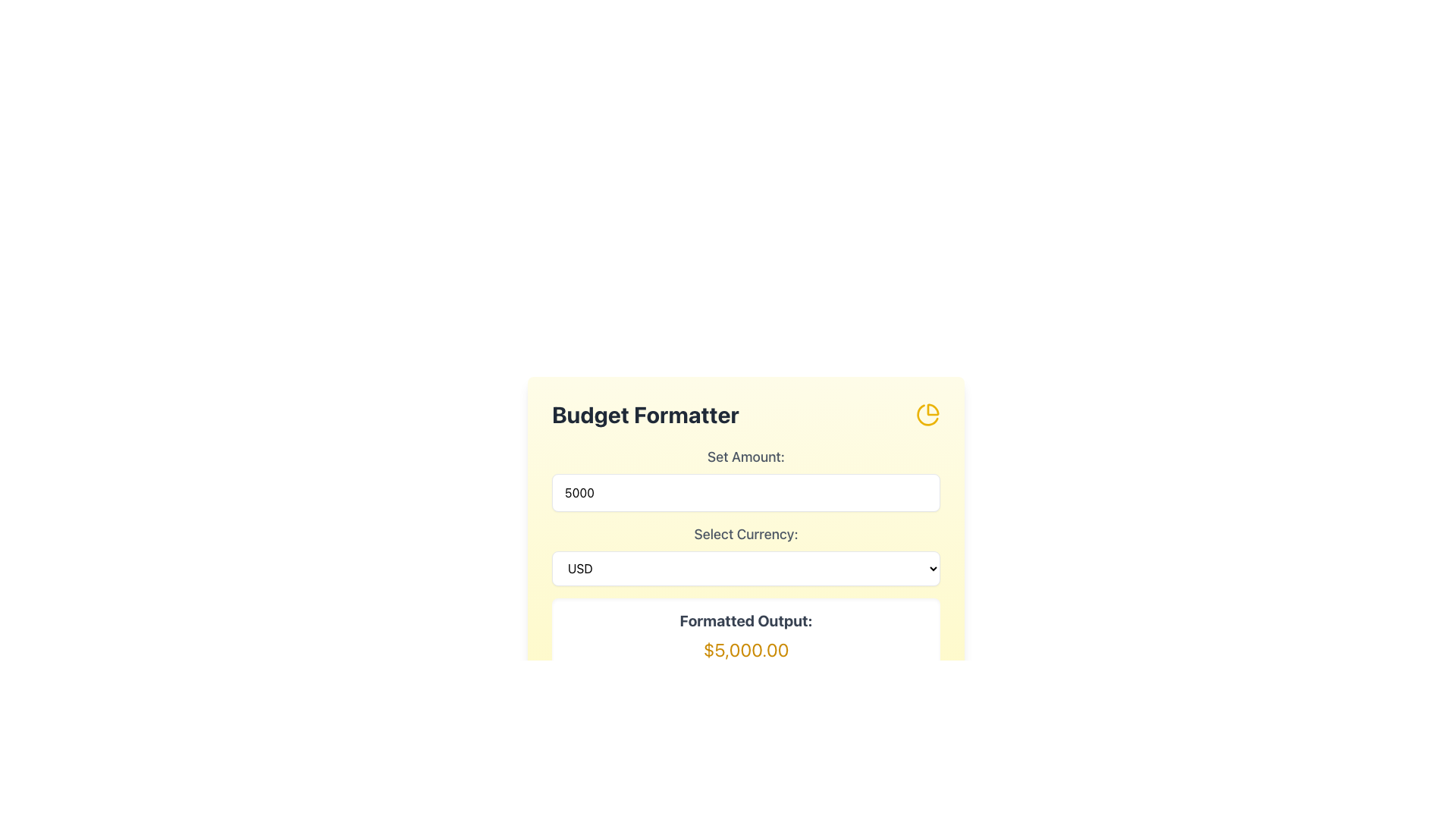  Describe the element at coordinates (932, 409) in the screenshot. I see `the yellow decorative segment of the pie chart icon located in the upper-right section of the 'Budget Formatter' interface` at that location.